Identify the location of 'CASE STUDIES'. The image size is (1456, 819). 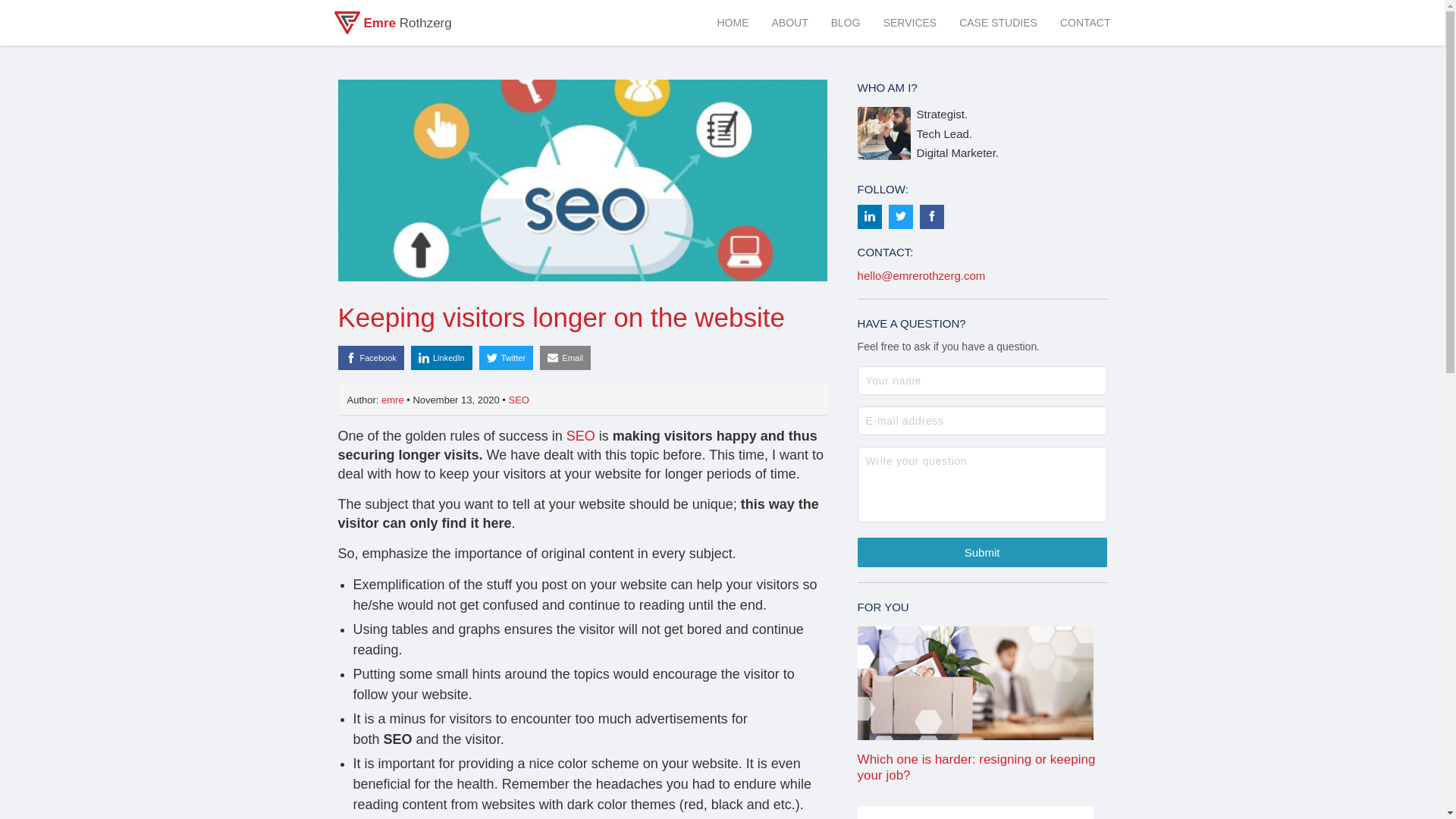
(998, 23).